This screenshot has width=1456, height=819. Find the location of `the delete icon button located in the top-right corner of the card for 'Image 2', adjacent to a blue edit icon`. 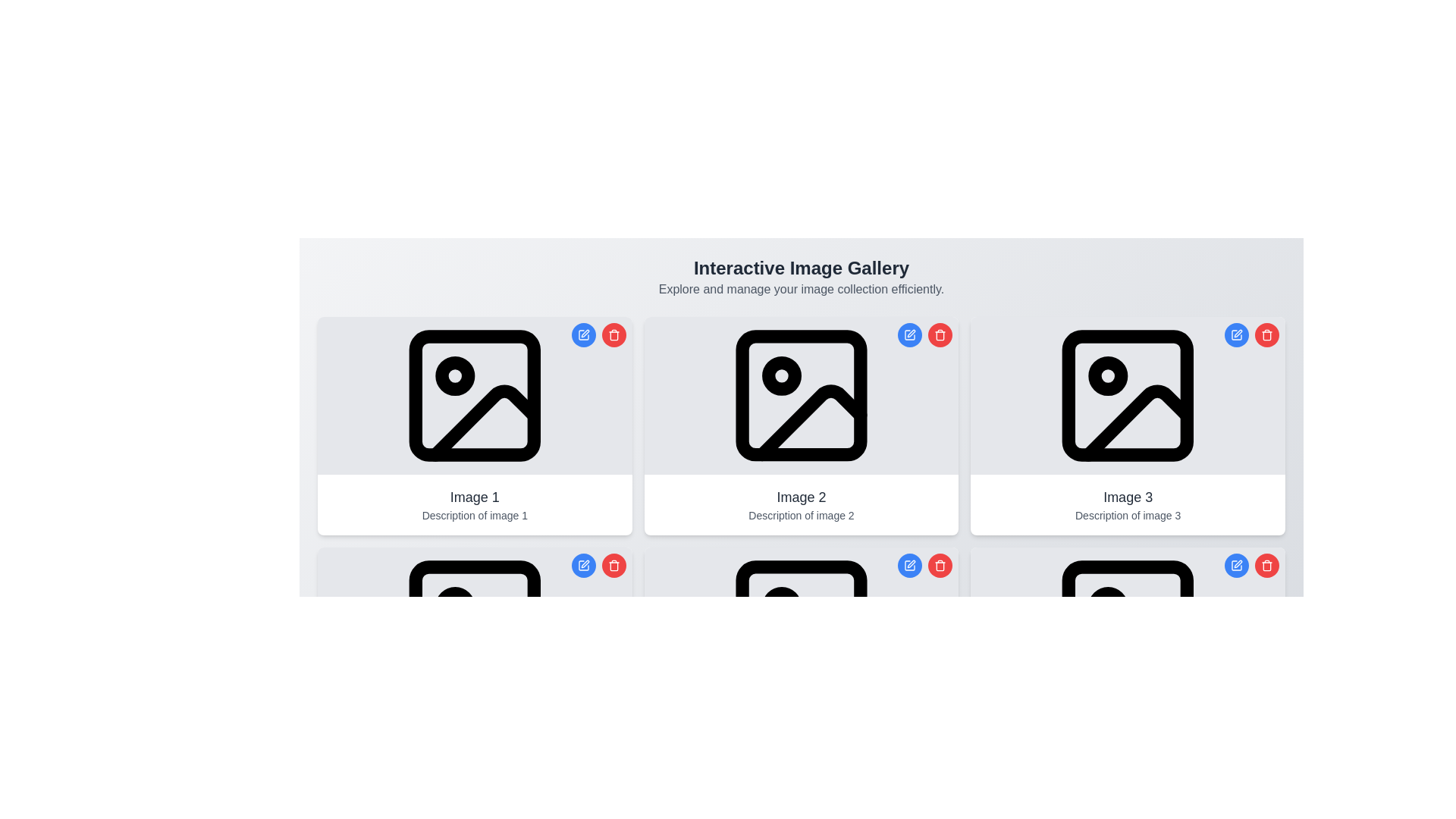

the delete icon button located in the top-right corner of the card for 'Image 2', adjacent to a blue edit icon is located at coordinates (613, 565).